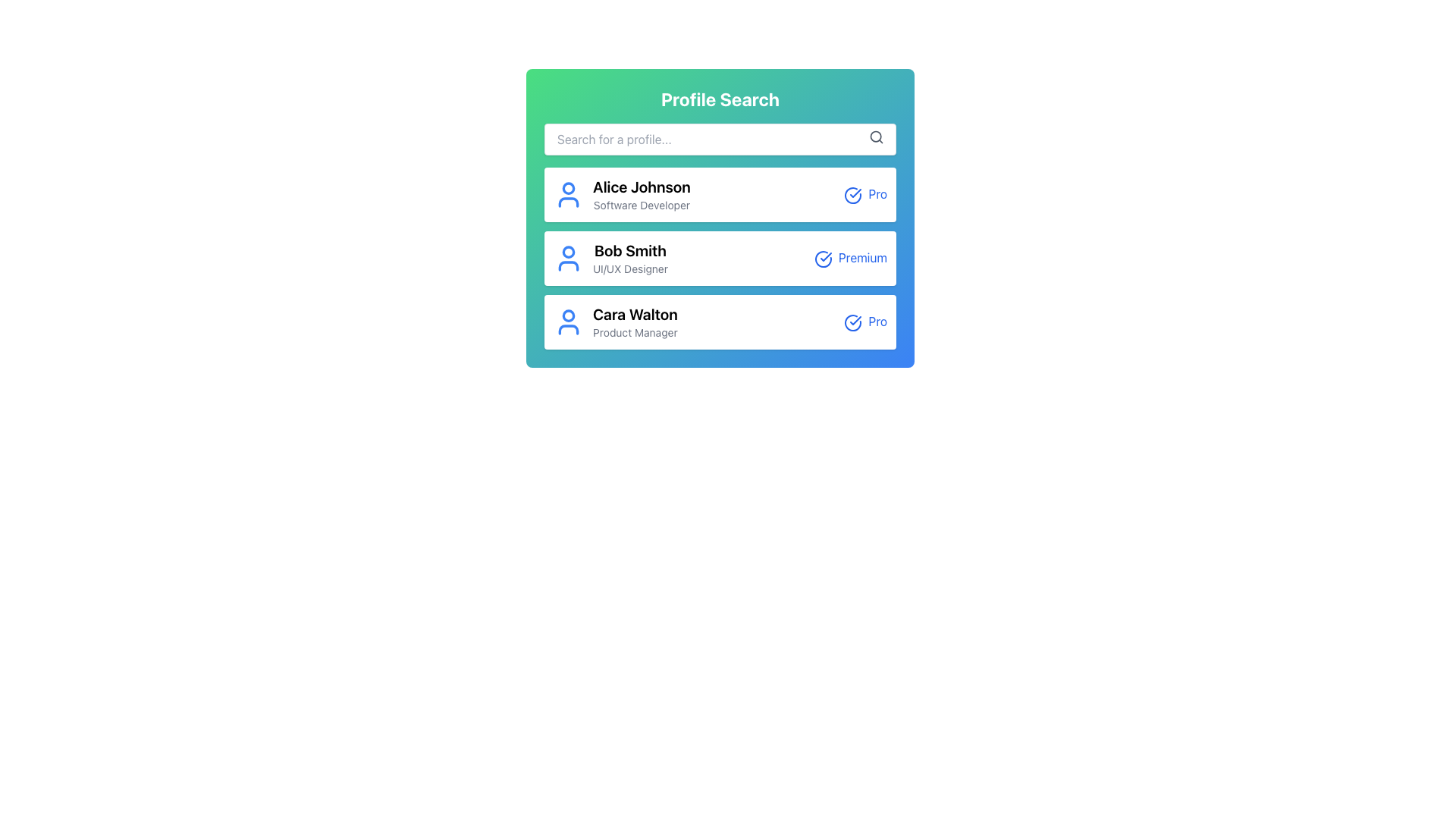  What do you see at coordinates (630, 268) in the screenshot?
I see `the text label displaying 'UI/UX Designer' located beneath the name 'Bob Smith' in the second profile card` at bounding box center [630, 268].